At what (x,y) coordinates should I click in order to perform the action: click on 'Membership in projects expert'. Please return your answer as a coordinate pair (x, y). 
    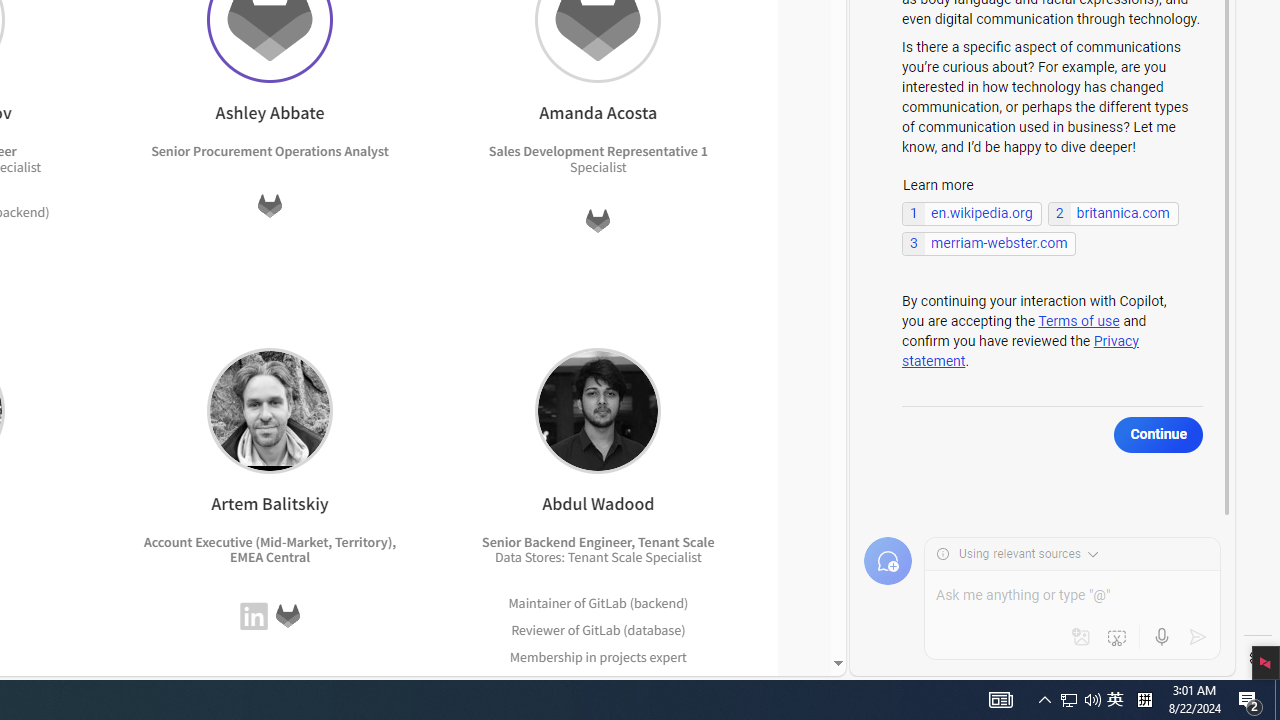
    Looking at the image, I should click on (598, 656).